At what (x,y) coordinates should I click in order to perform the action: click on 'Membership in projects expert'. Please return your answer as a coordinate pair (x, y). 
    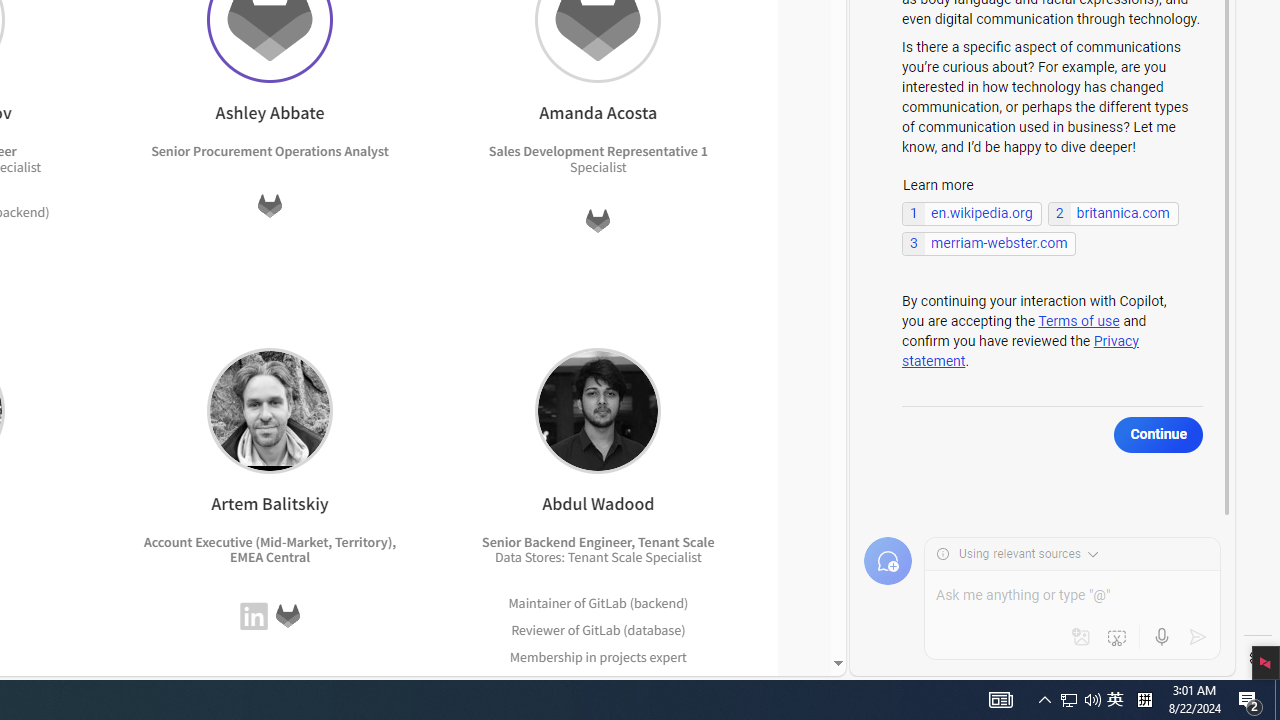
    Looking at the image, I should click on (598, 656).